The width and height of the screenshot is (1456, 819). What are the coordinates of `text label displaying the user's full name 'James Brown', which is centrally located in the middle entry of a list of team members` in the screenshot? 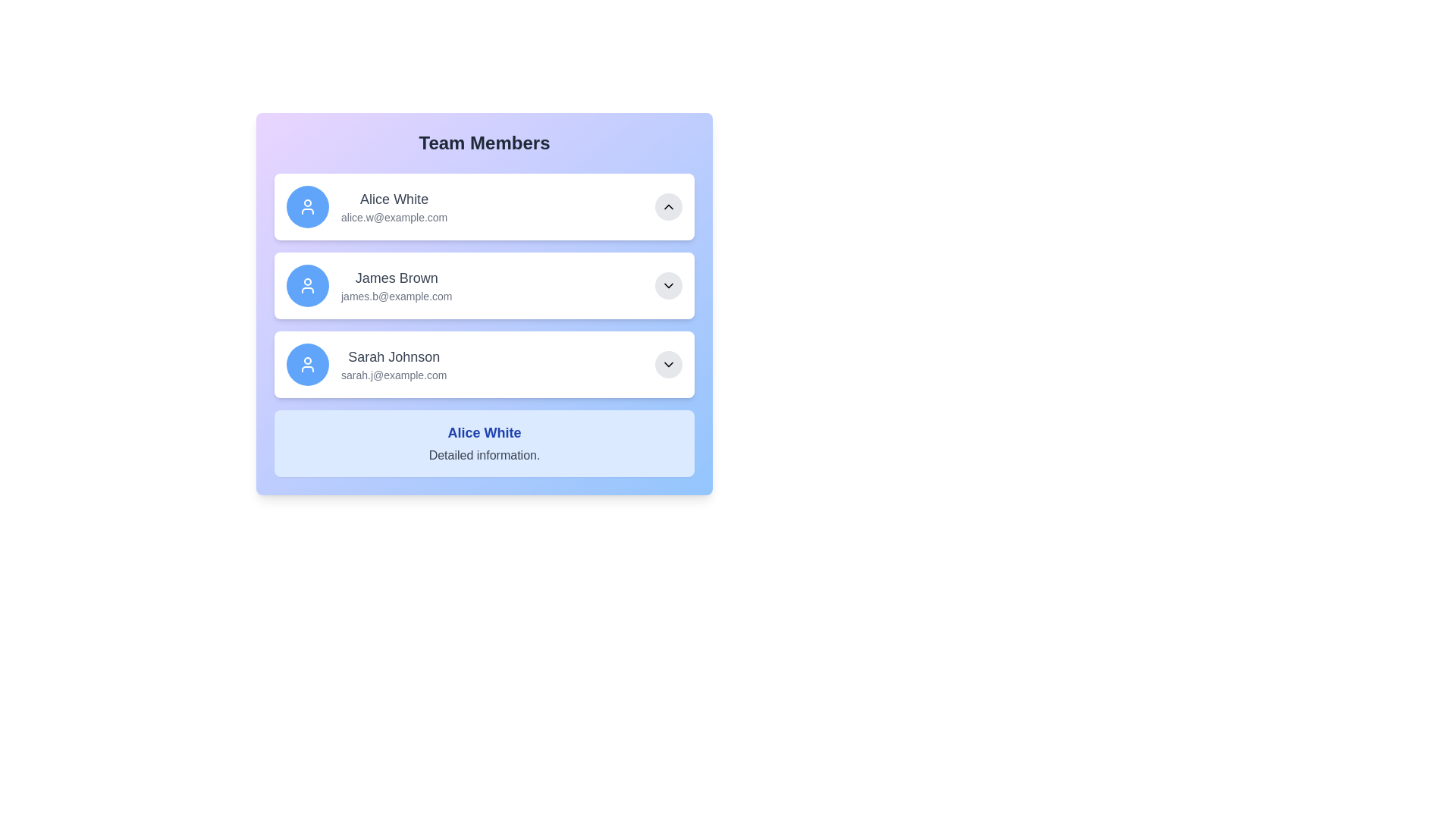 It's located at (397, 278).